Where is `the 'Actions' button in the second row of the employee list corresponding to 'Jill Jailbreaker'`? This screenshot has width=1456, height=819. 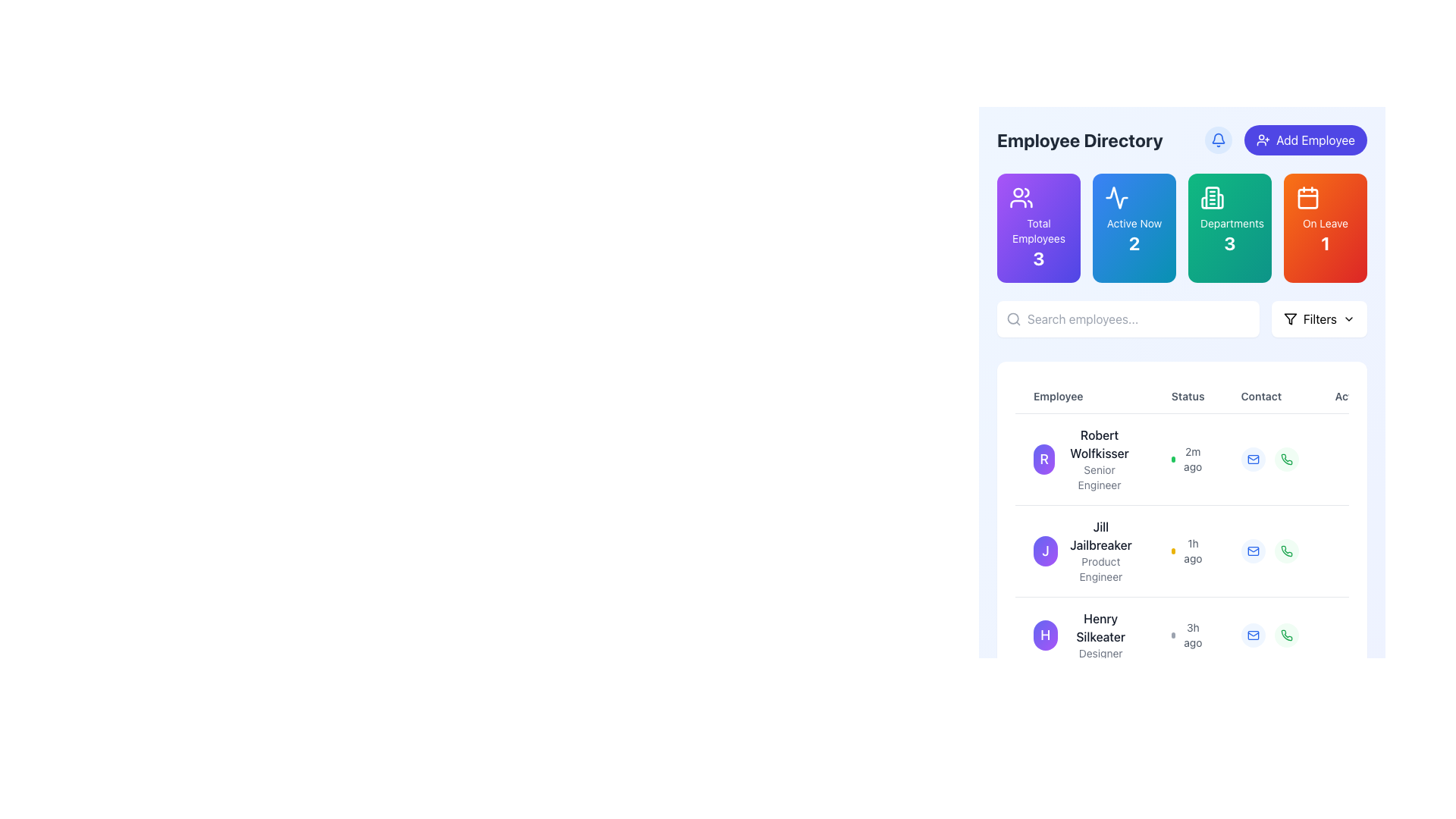 the 'Actions' button in the second row of the employee list corresponding to 'Jill Jailbreaker' is located at coordinates (1354, 551).